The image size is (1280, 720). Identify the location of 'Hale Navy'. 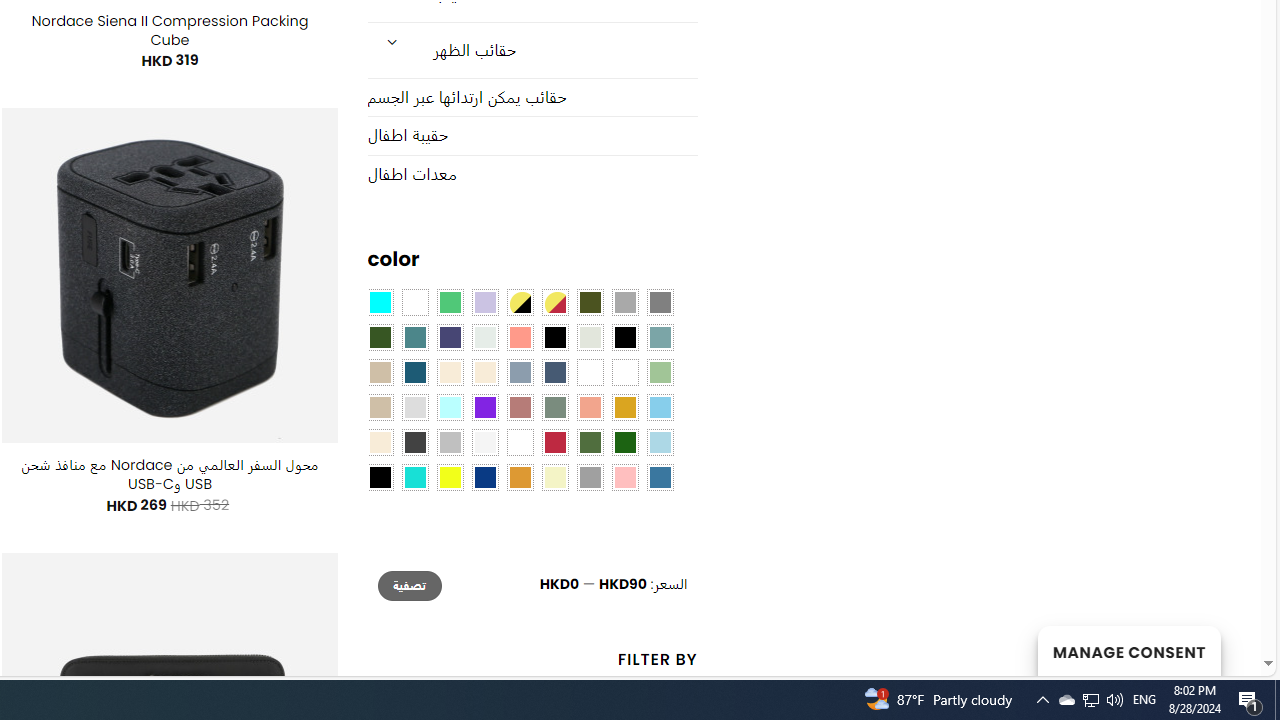
(554, 372).